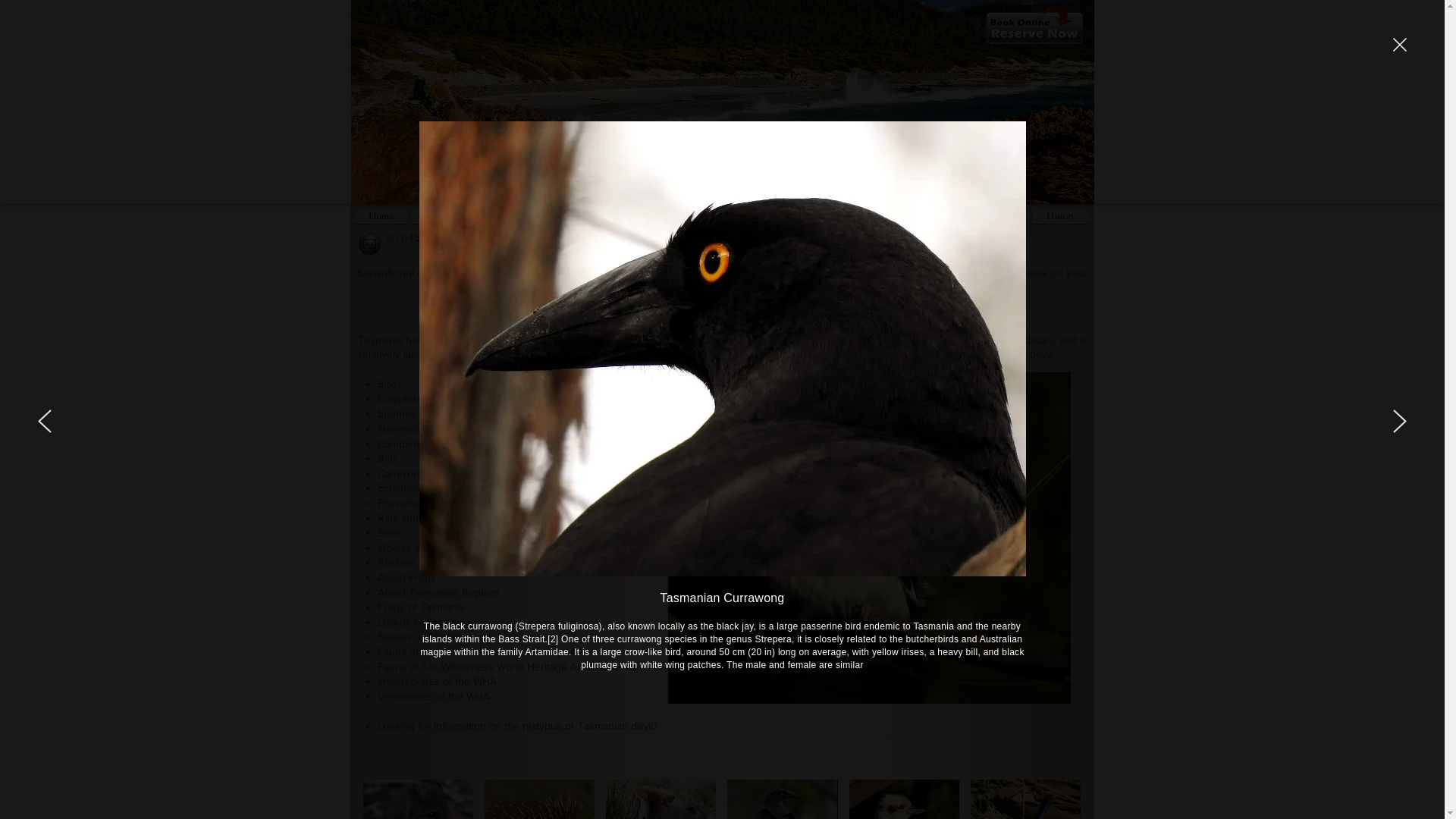 Image resolution: width=1456 pixels, height=819 pixels. What do you see at coordinates (436, 680) in the screenshot?
I see `'Invertebrates of the WHA'` at bounding box center [436, 680].